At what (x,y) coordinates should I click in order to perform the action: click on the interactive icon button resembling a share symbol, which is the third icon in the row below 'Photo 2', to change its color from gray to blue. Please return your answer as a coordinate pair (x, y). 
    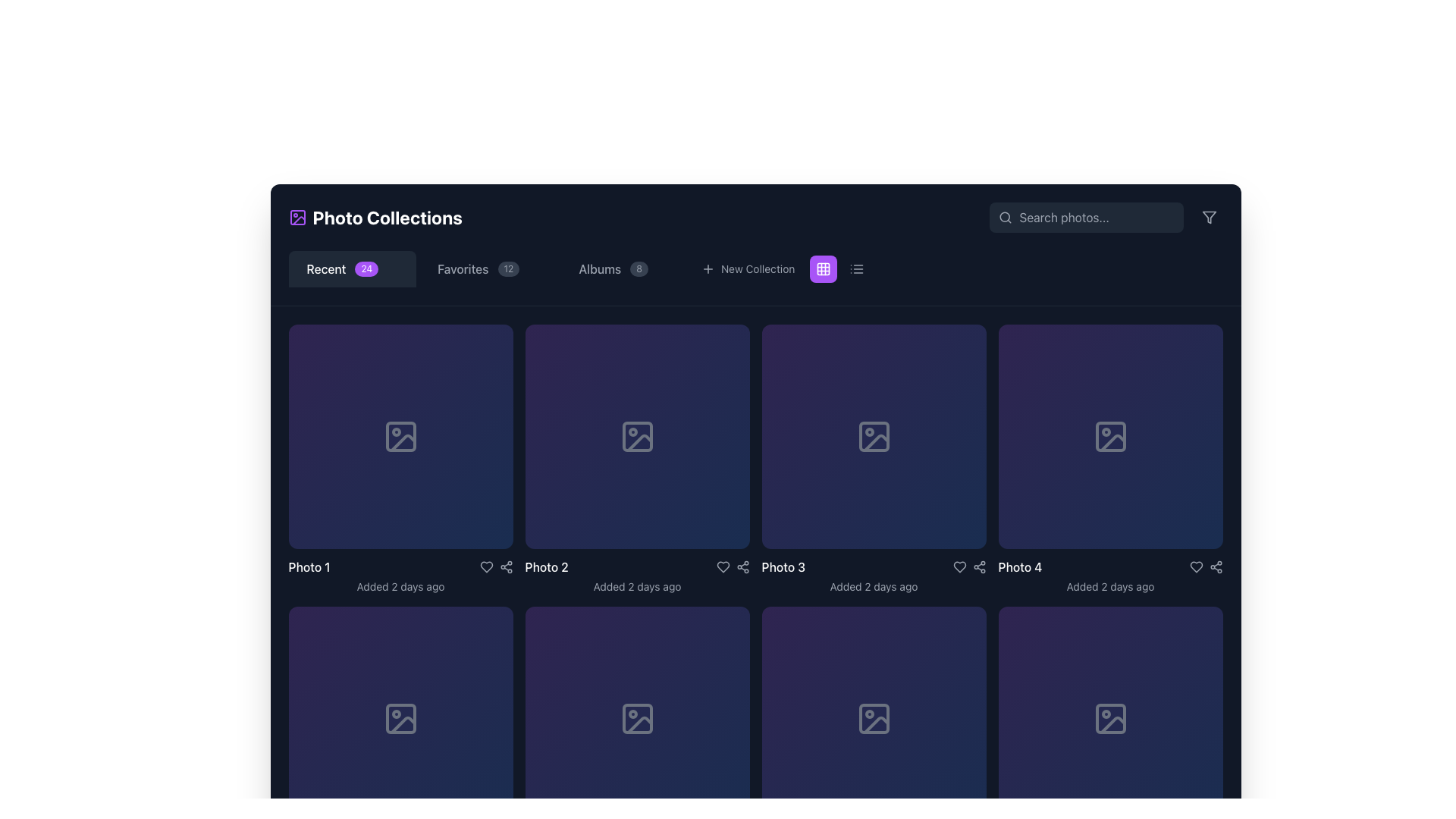
    Looking at the image, I should click on (506, 567).